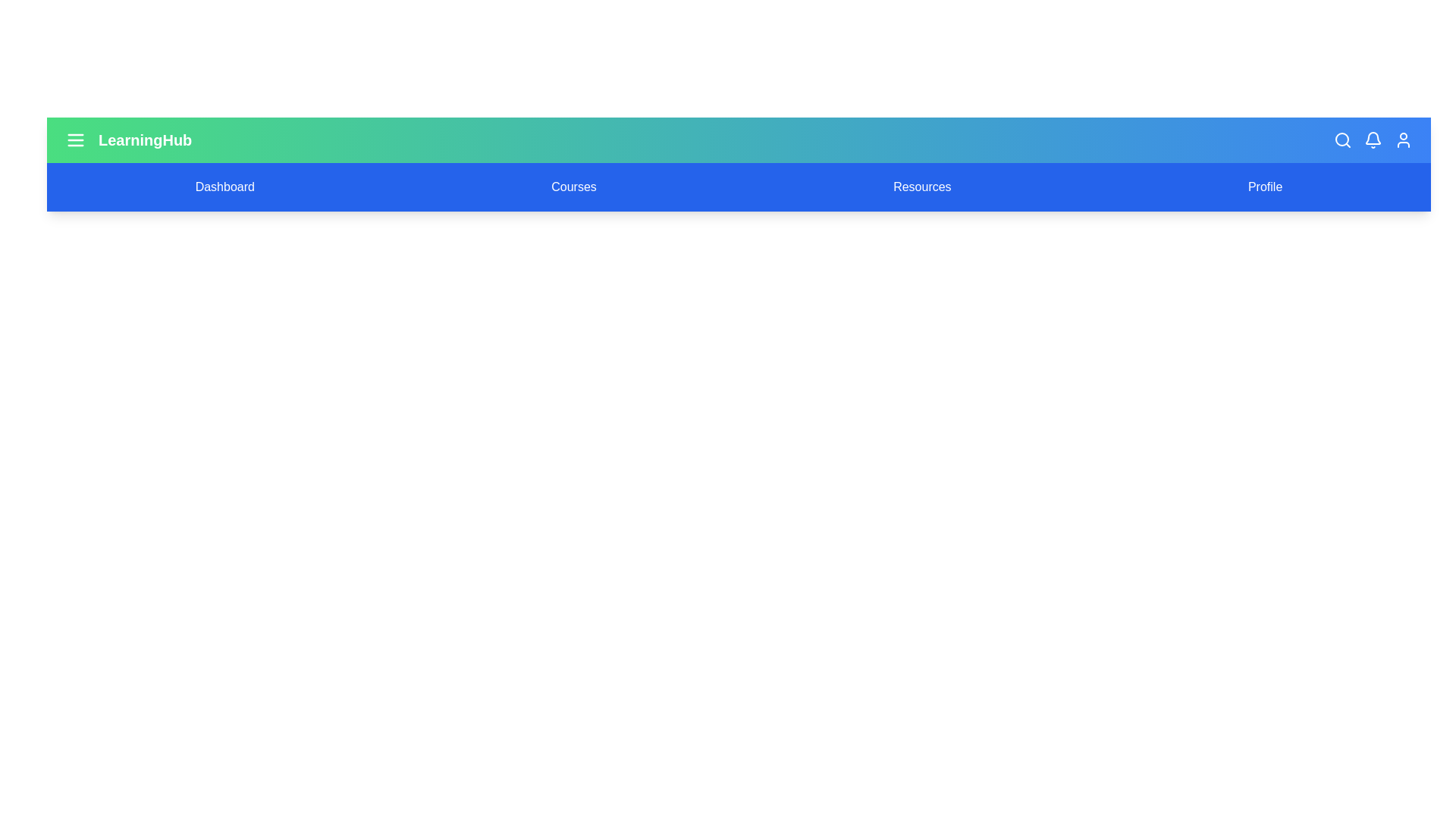  I want to click on the search icon to initiate a search, so click(1343, 140).